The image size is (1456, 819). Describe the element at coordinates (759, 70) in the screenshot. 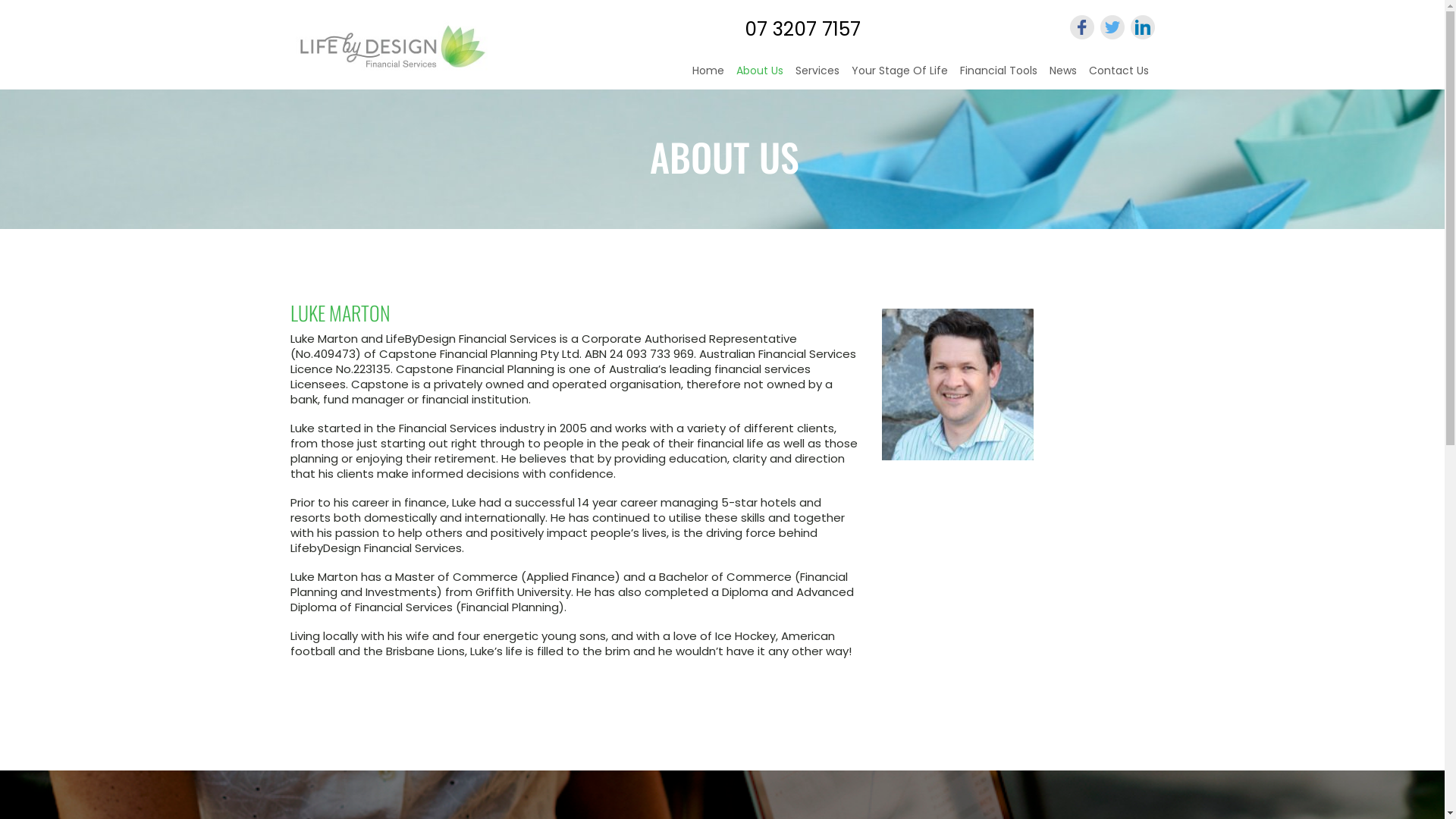

I see `'About Us'` at that location.